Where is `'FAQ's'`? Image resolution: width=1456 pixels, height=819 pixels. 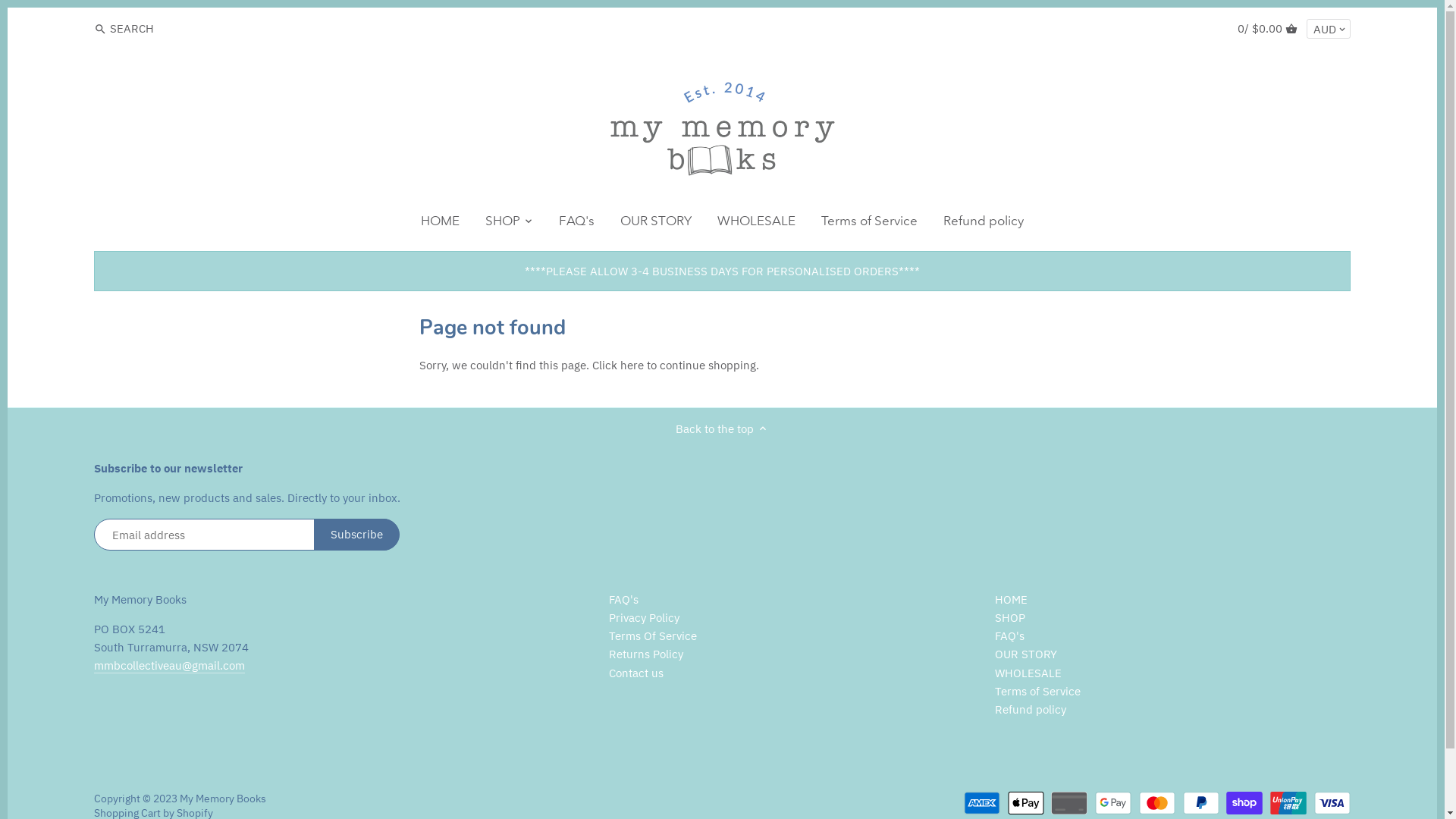 'FAQ's' is located at coordinates (623, 598).